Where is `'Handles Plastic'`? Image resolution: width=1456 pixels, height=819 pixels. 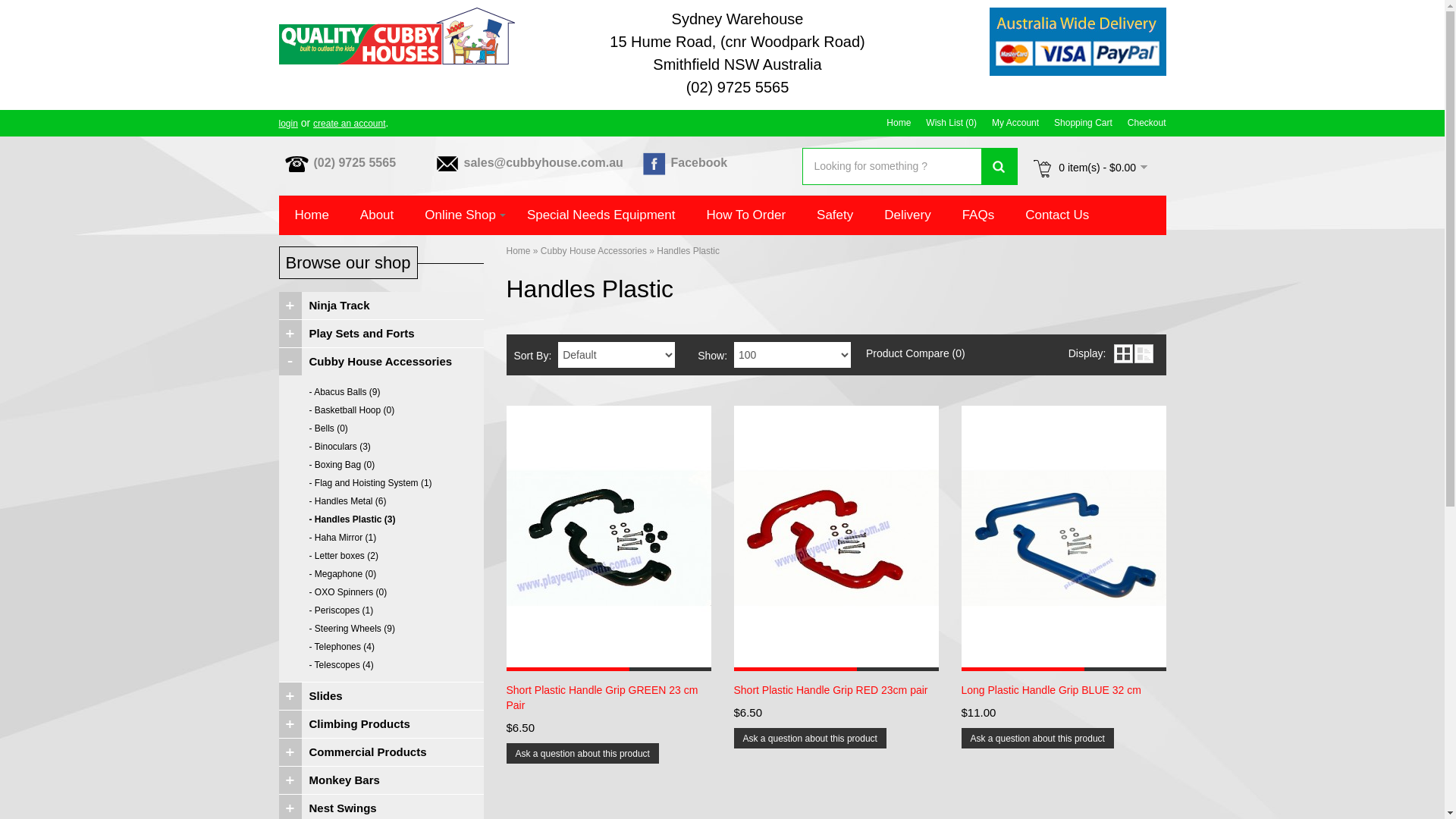 'Handles Plastic' is located at coordinates (687, 250).